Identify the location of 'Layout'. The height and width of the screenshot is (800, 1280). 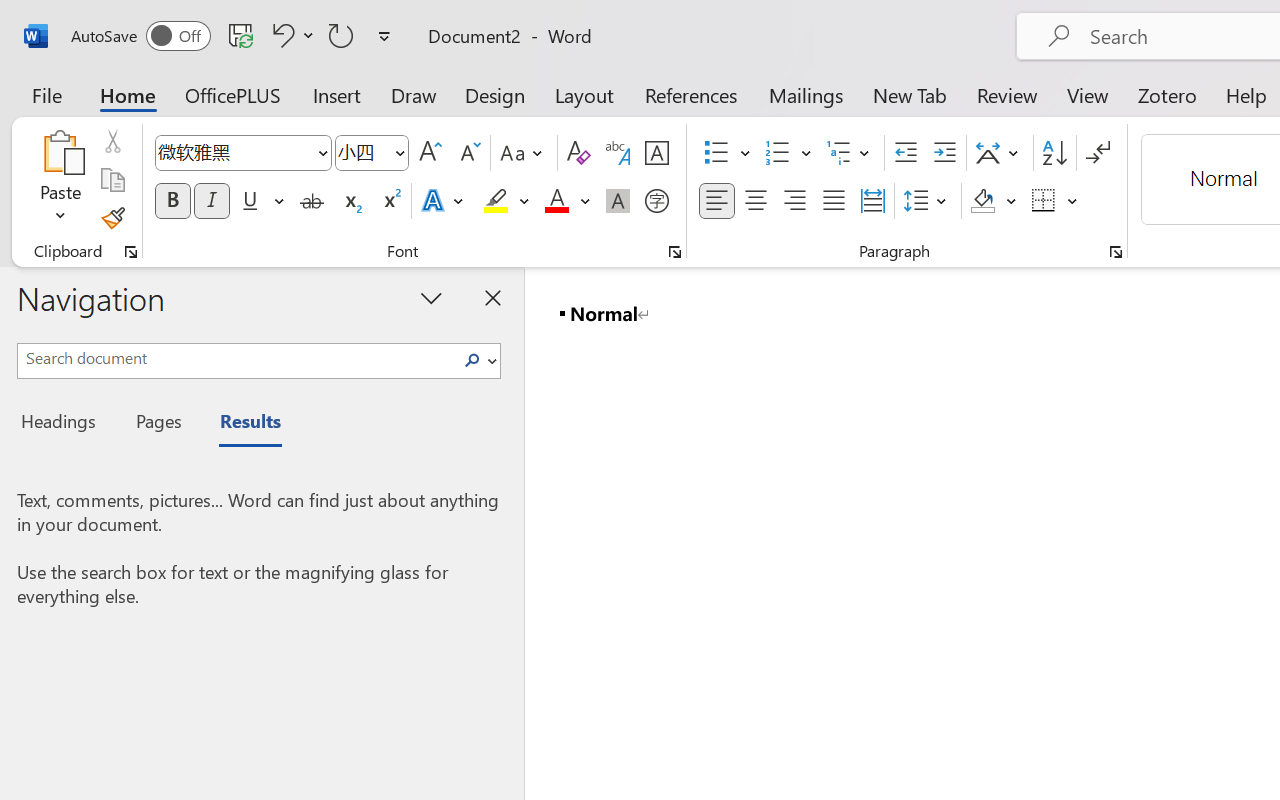
(583, 94).